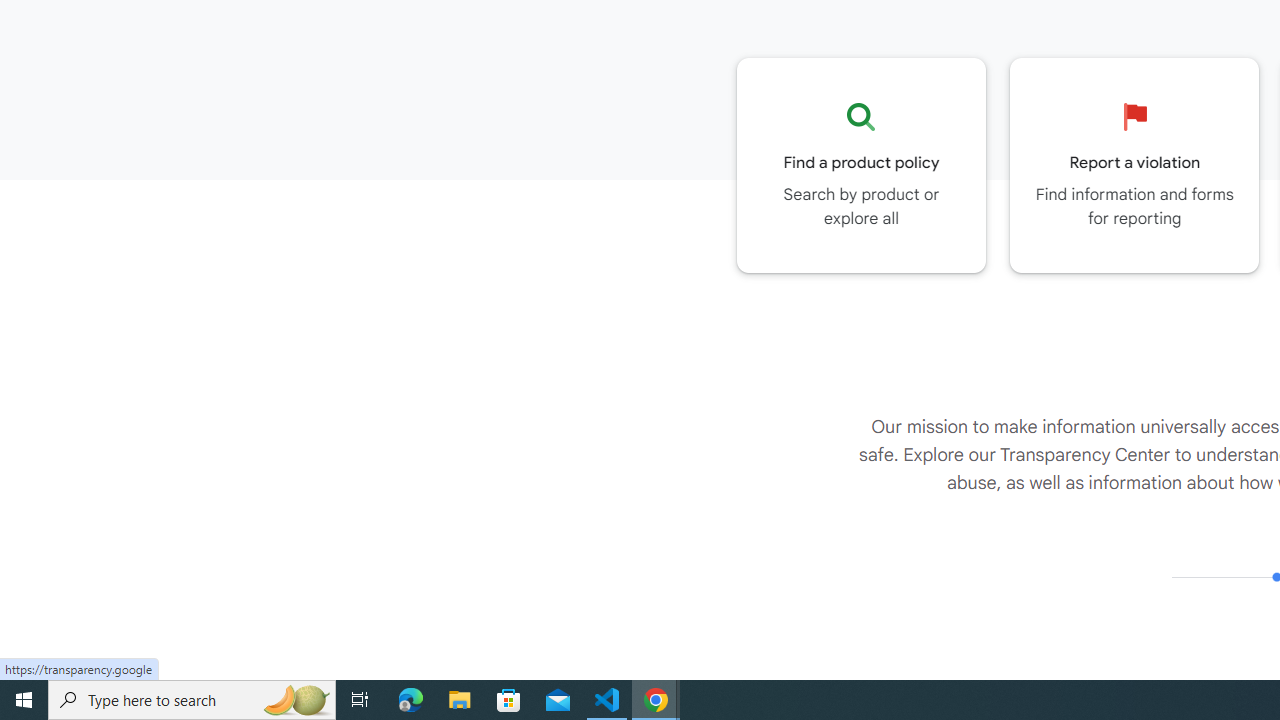 The height and width of the screenshot is (720, 1280). Describe the element at coordinates (861, 164) in the screenshot. I see `'Go to the Product policy page'` at that location.